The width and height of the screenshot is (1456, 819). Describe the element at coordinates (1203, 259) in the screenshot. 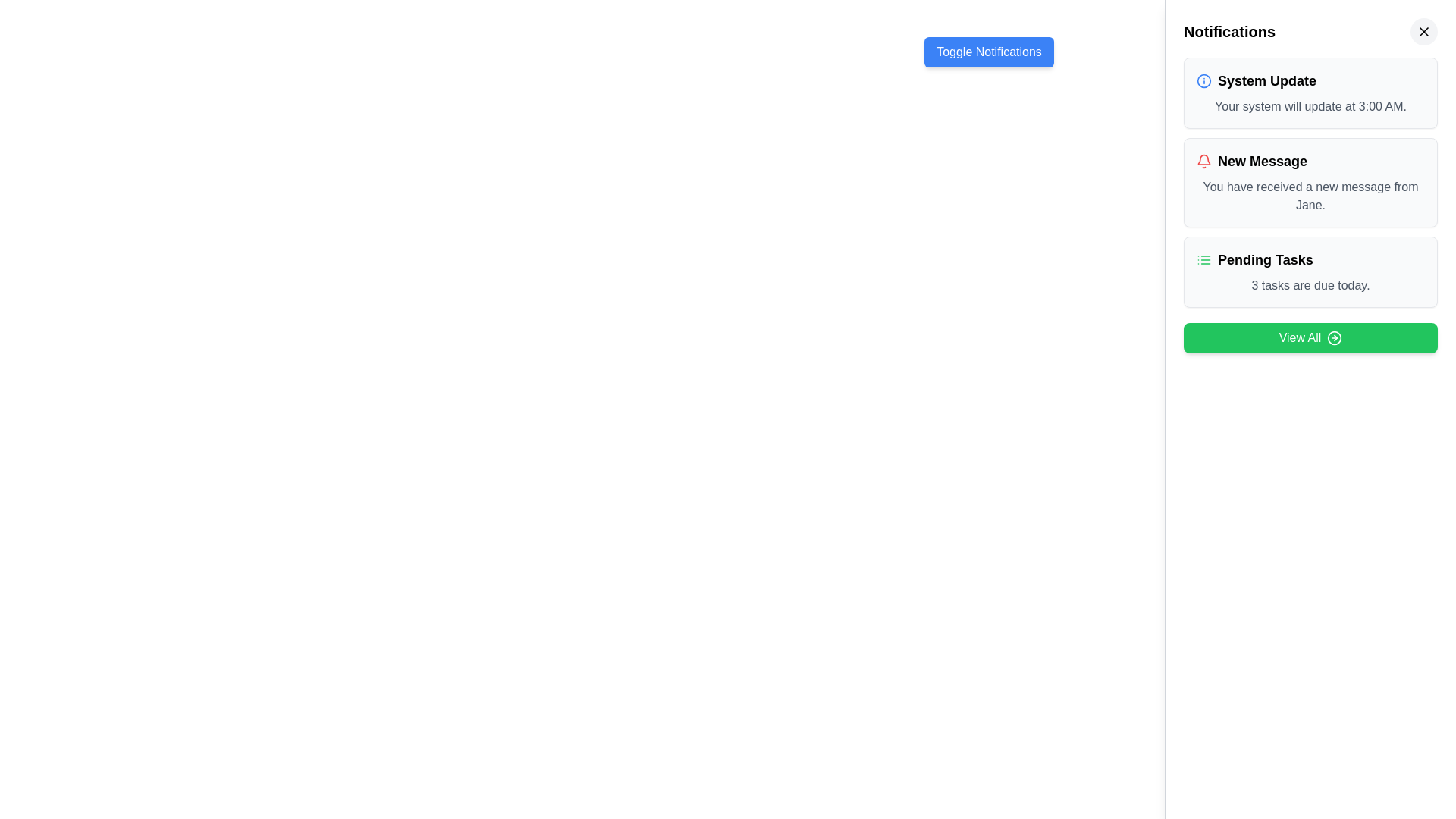

I see `the icon indicating pending tasks, located to the left of the 'Pending Tasks' label in the notifications section` at that location.